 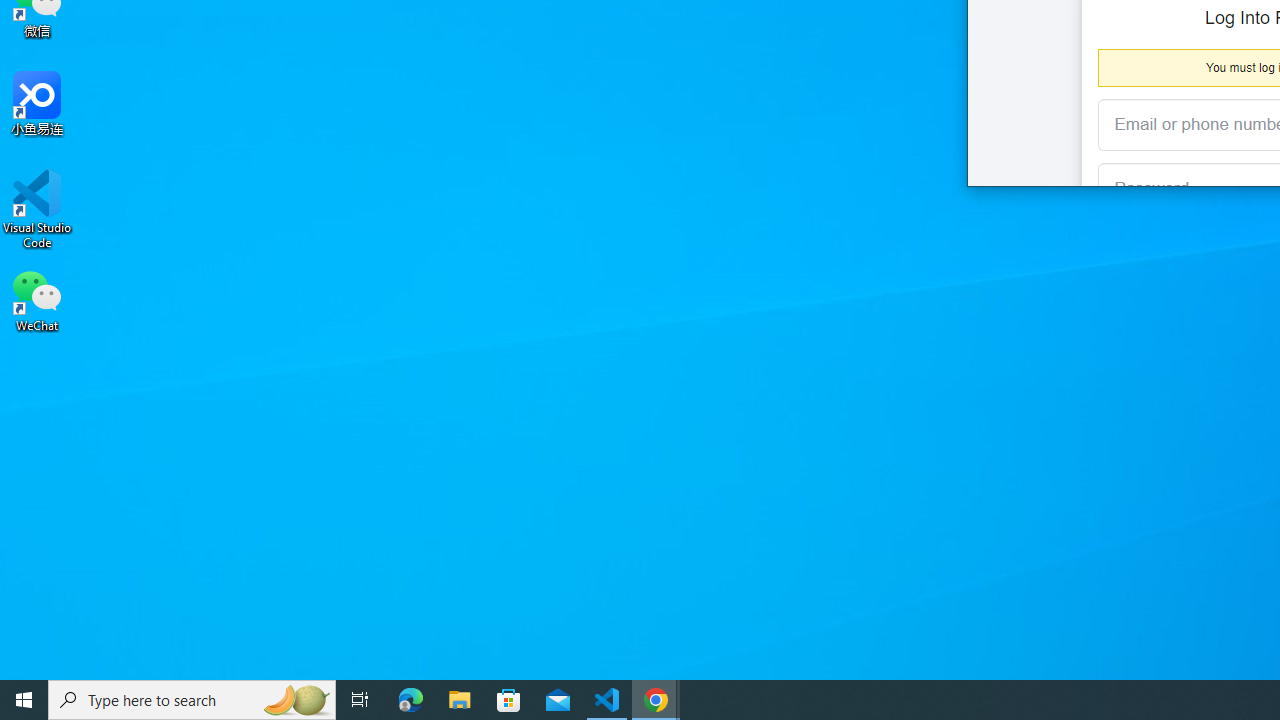 What do you see at coordinates (606, 698) in the screenshot?
I see `'Visual Studio Code - 1 running window'` at bounding box center [606, 698].